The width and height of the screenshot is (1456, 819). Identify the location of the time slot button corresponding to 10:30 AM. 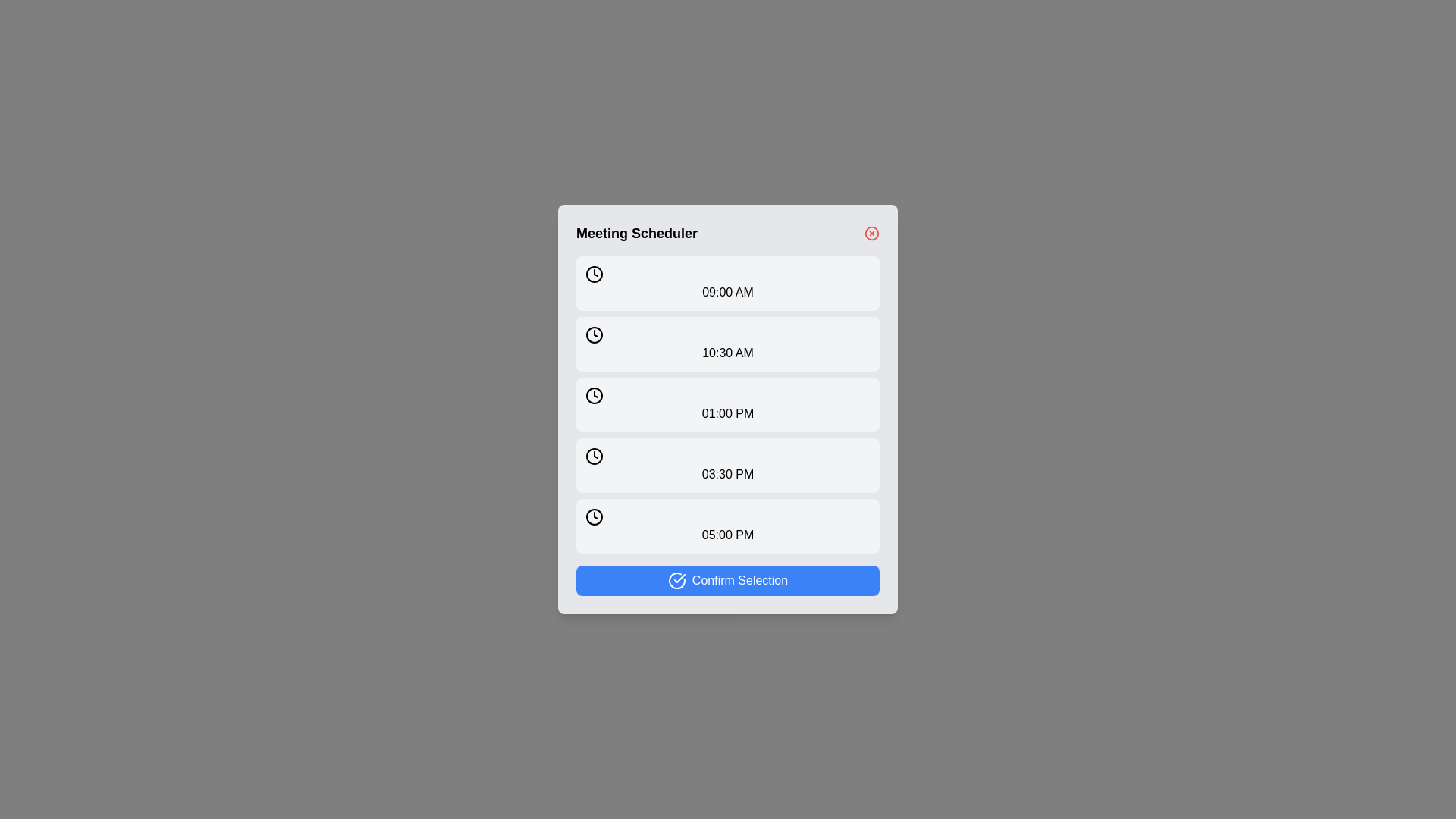
(728, 344).